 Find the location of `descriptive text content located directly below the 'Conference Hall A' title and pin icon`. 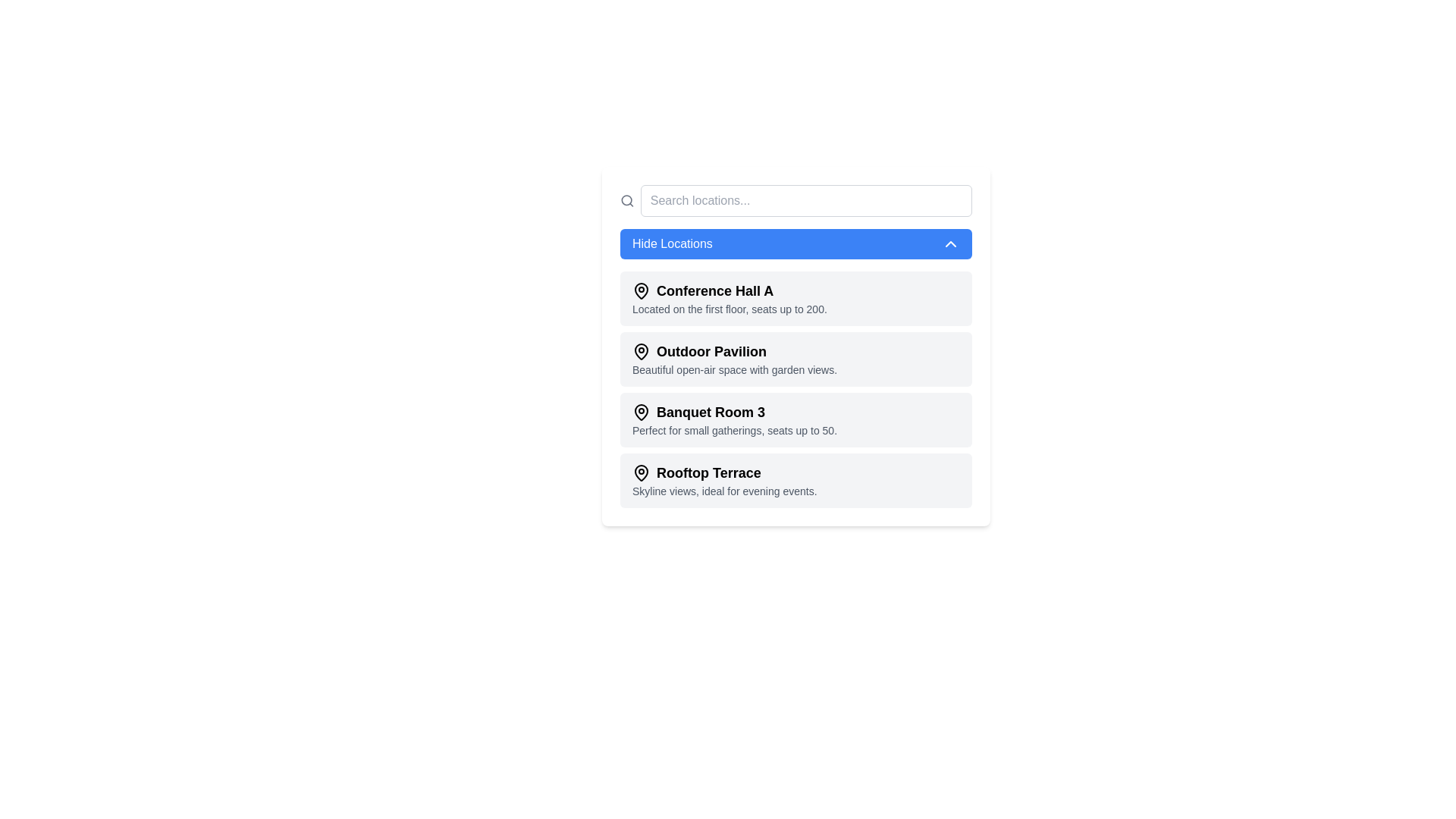

descriptive text content located directly below the 'Conference Hall A' title and pin icon is located at coordinates (730, 309).